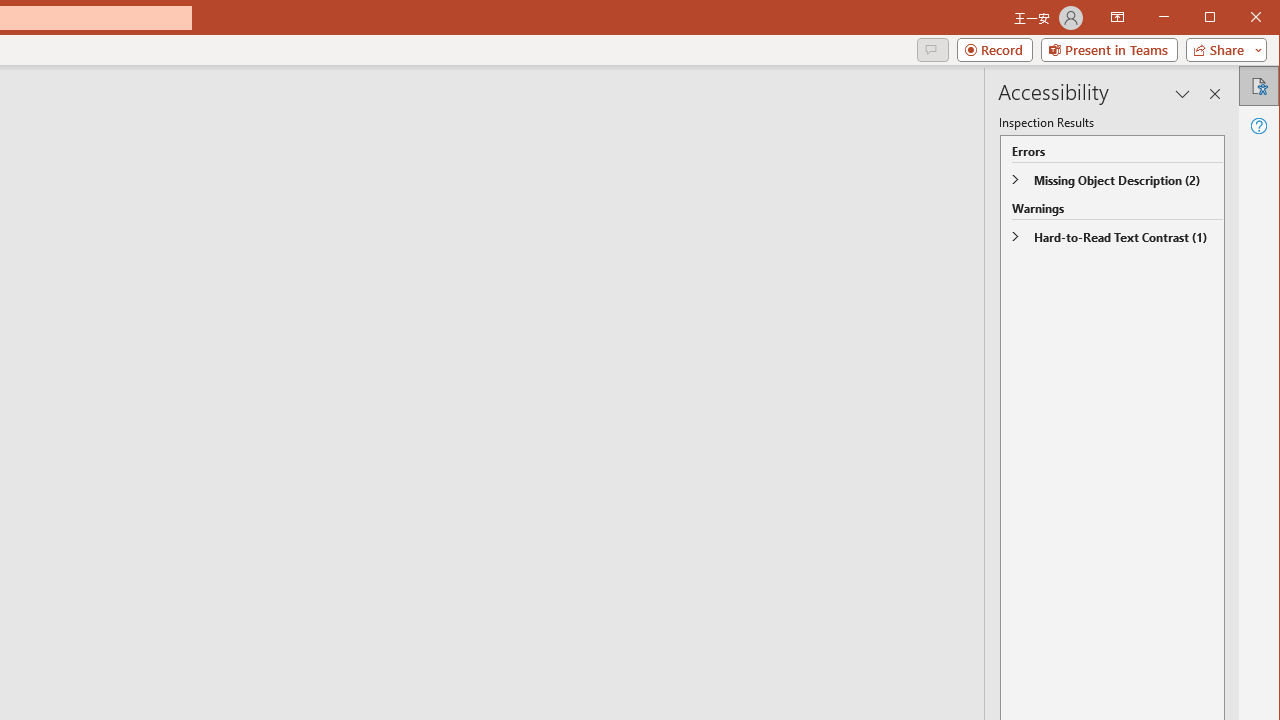 Image resolution: width=1280 pixels, height=720 pixels. Describe the element at coordinates (995, 49) in the screenshot. I see `'Record'` at that location.